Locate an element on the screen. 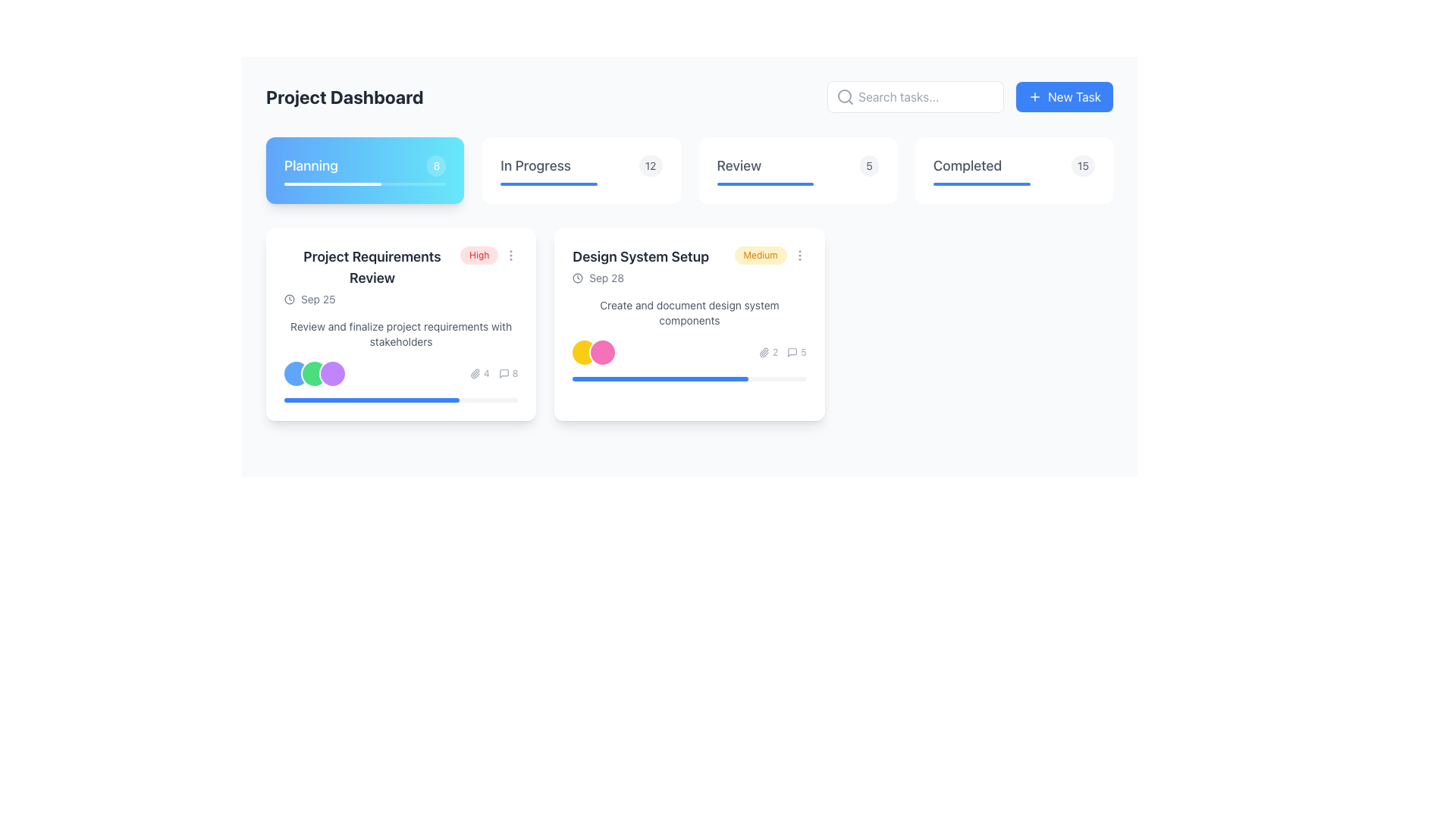 The height and width of the screenshot is (819, 1456). the text label that serves as the title for the 'Project Dashboard', located in the top-left section of the interface is located at coordinates (344, 96).